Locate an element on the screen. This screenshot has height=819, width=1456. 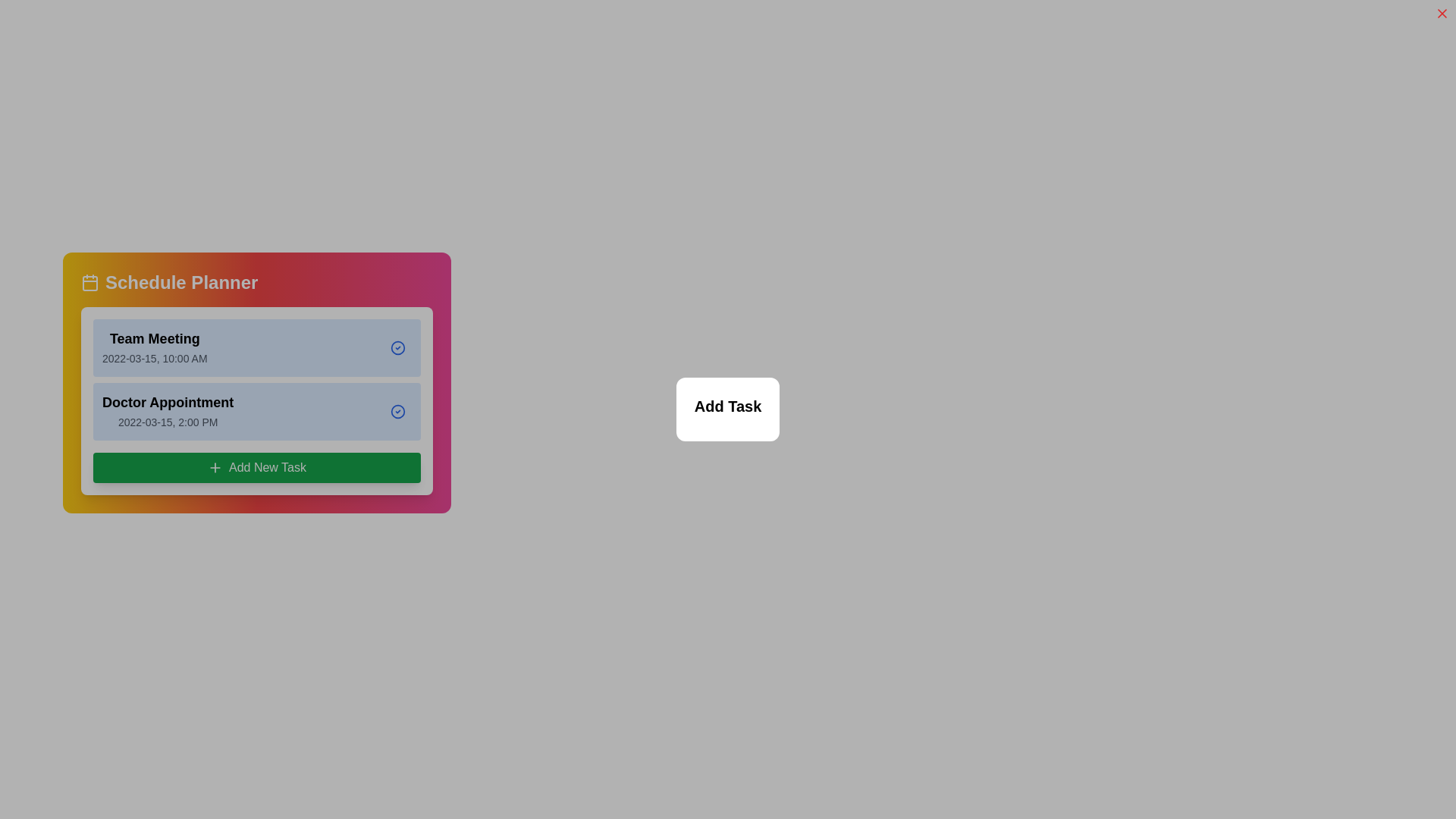
displayed information from the text display element labeled 'Team Meeting' located in the first task card of the 'Schedule Planner' area is located at coordinates (155, 348).